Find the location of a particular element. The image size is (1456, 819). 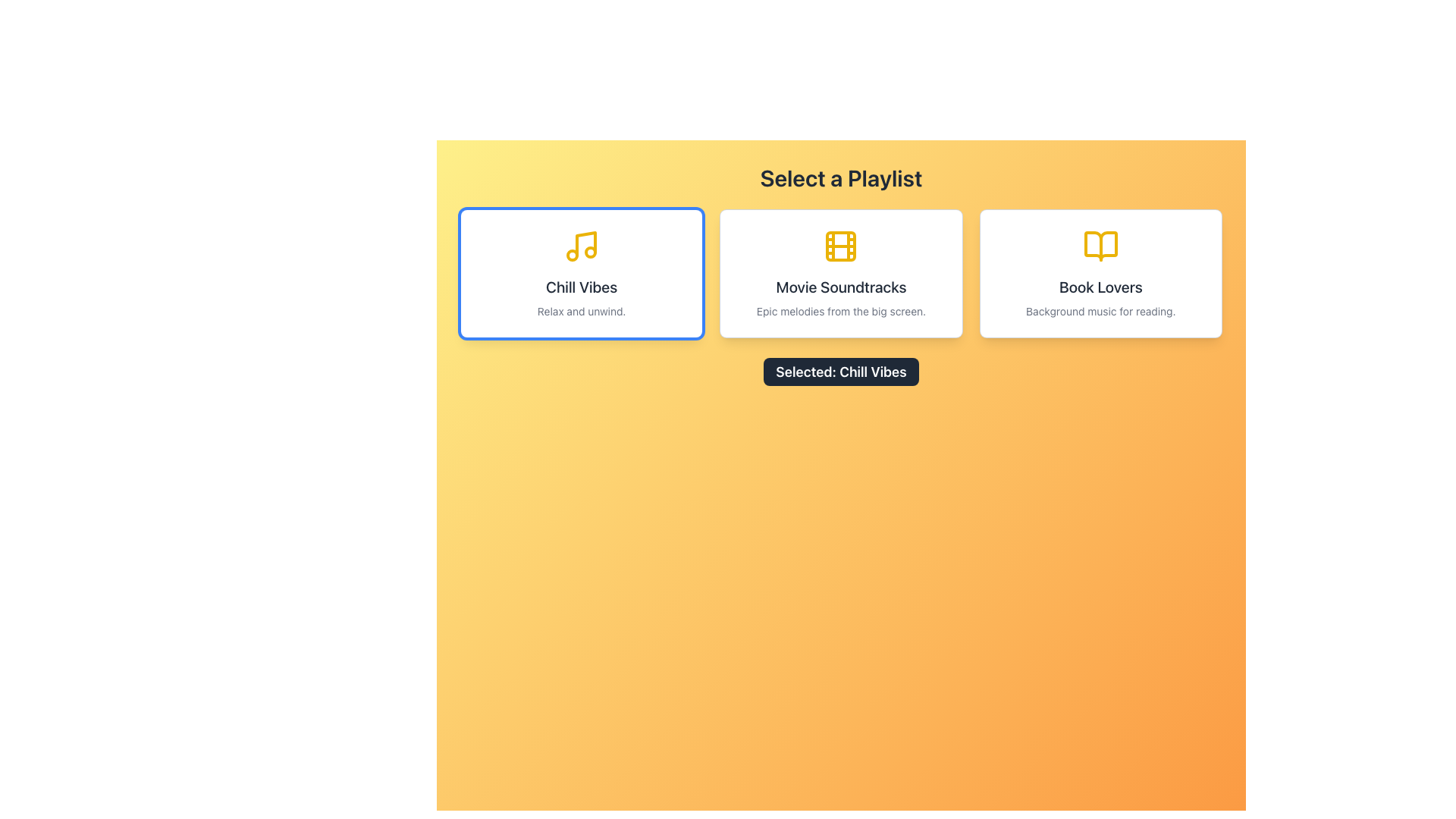

the yellow film reel icon located in the center of the 'Movie Soundtracks' selection card is located at coordinates (840, 245).